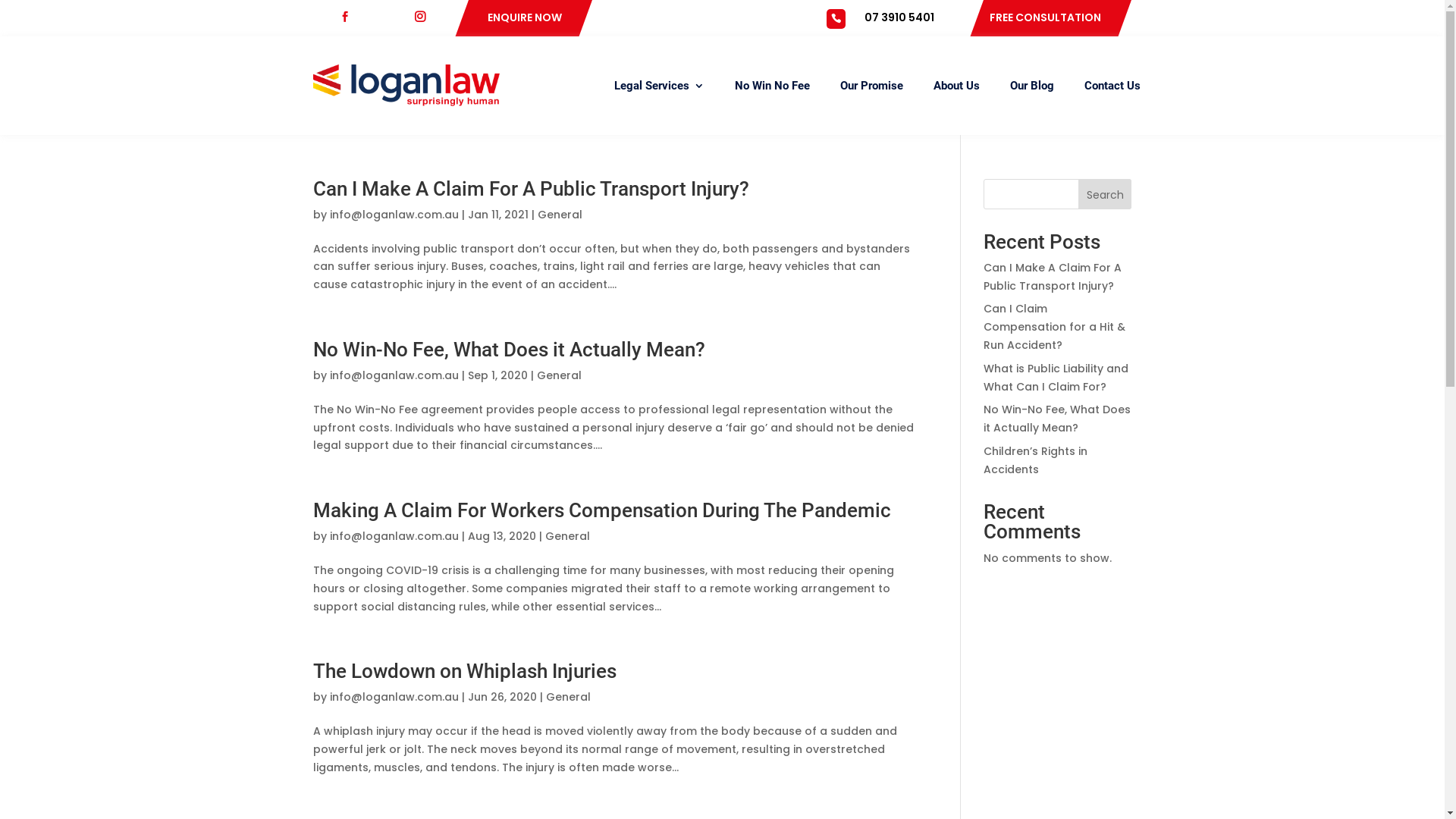 The height and width of the screenshot is (819, 1456). Describe the element at coordinates (983, 326) in the screenshot. I see `'Can I Claim Compensation for a Hit & Run Accident?'` at that location.